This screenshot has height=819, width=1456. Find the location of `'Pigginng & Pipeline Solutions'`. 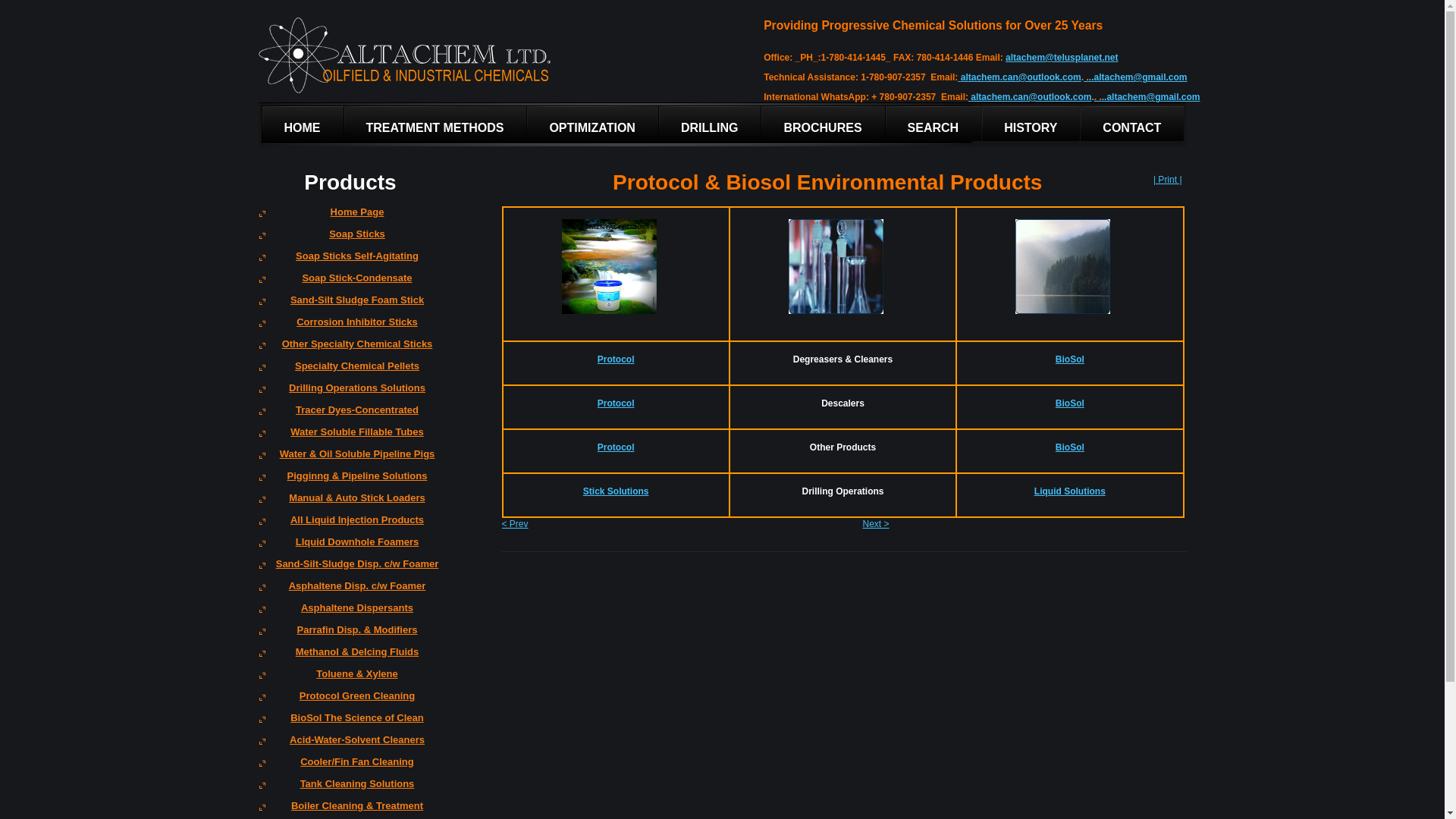

'Pigginng & Pipeline Solutions' is located at coordinates (350, 481).